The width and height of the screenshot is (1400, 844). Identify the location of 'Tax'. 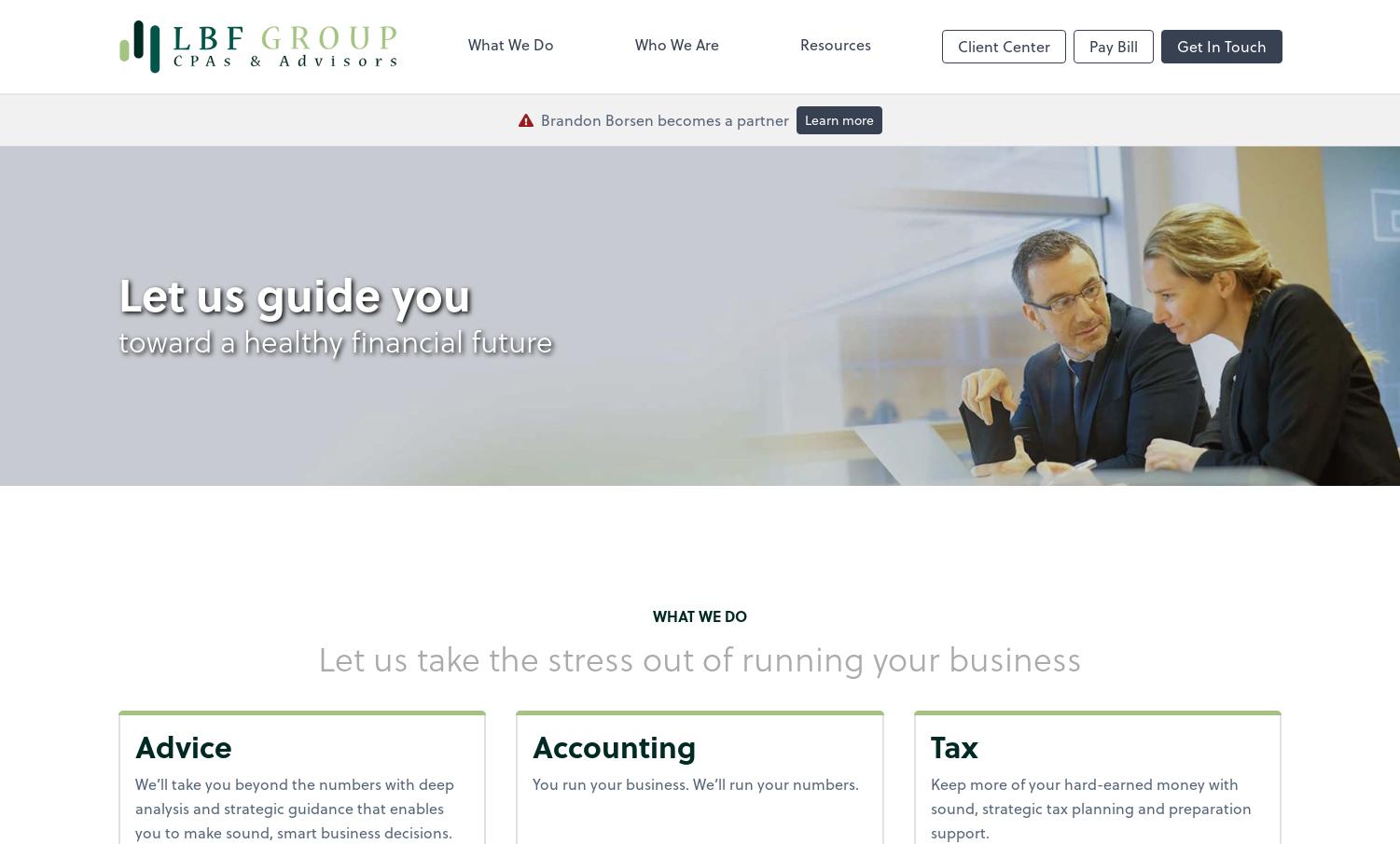
(929, 746).